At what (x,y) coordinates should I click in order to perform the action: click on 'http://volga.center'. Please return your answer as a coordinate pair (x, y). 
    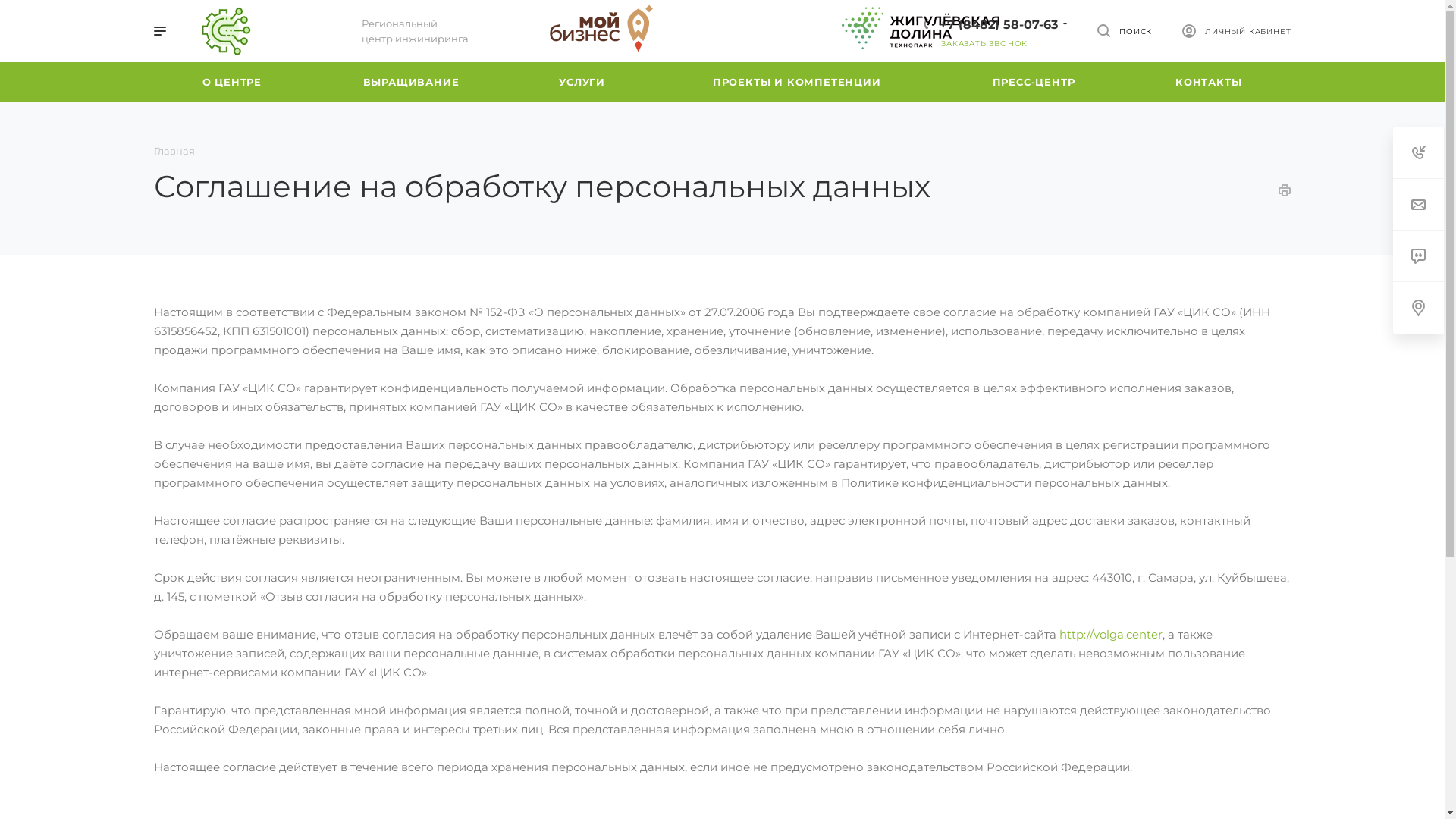
    Looking at the image, I should click on (1110, 634).